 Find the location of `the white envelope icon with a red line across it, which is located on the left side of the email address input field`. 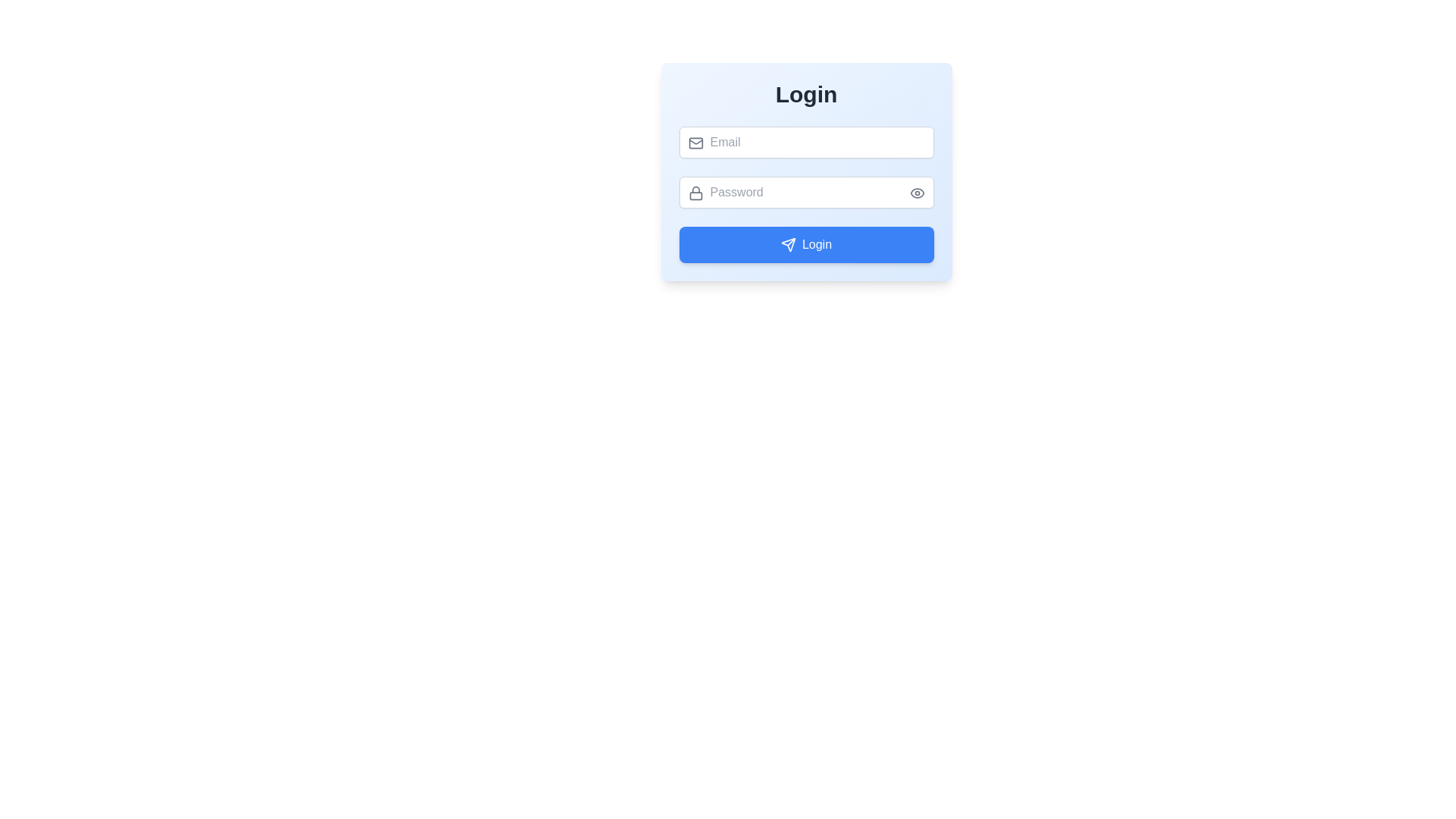

the white envelope icon with a red line across it, which is located on the left side of the email address input field is located at coordinates (695, 142).